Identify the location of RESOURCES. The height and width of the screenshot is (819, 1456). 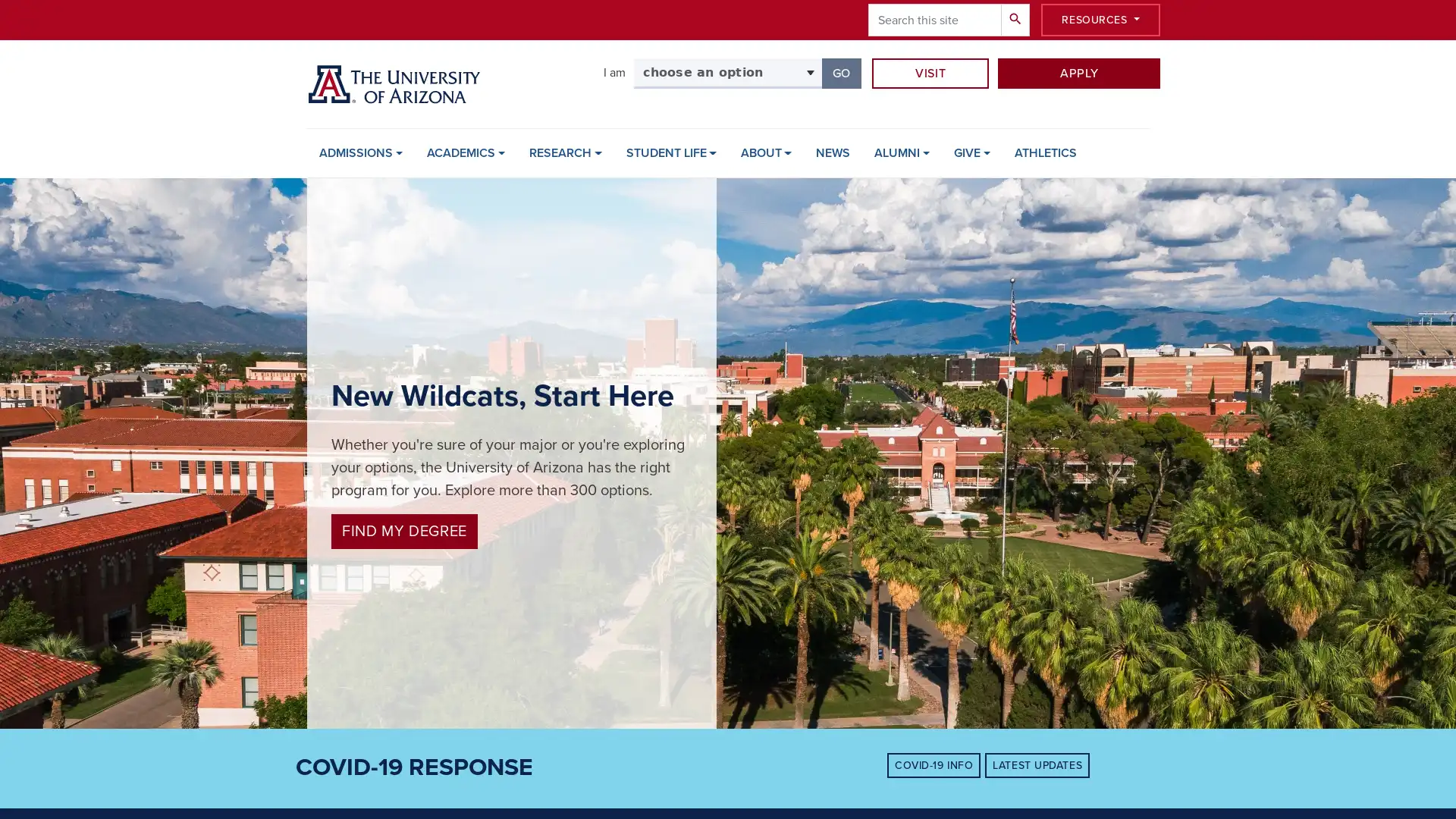
(1100, 20).